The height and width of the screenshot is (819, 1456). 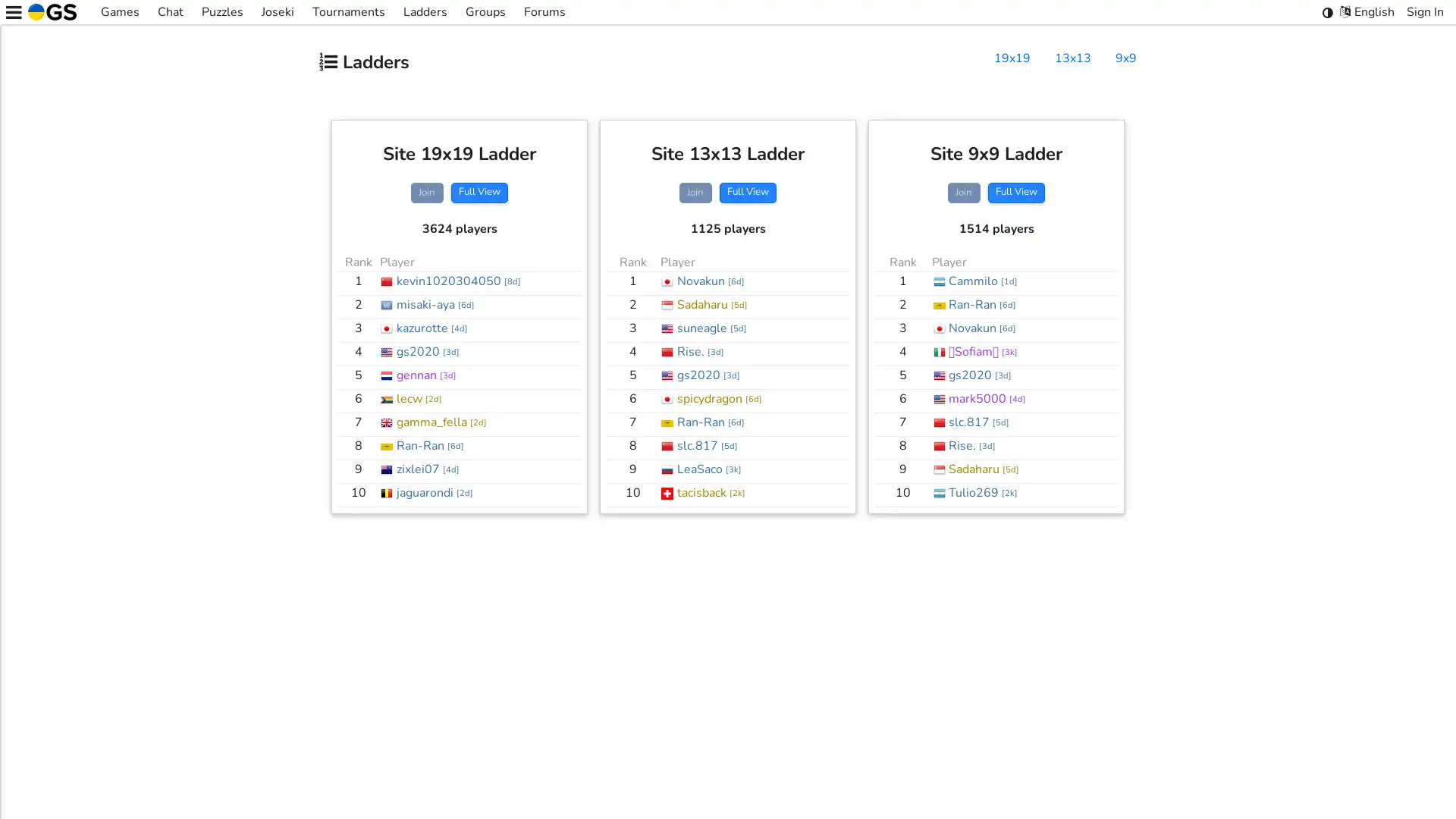 I want to click on Join, so click(x=962, y=192).